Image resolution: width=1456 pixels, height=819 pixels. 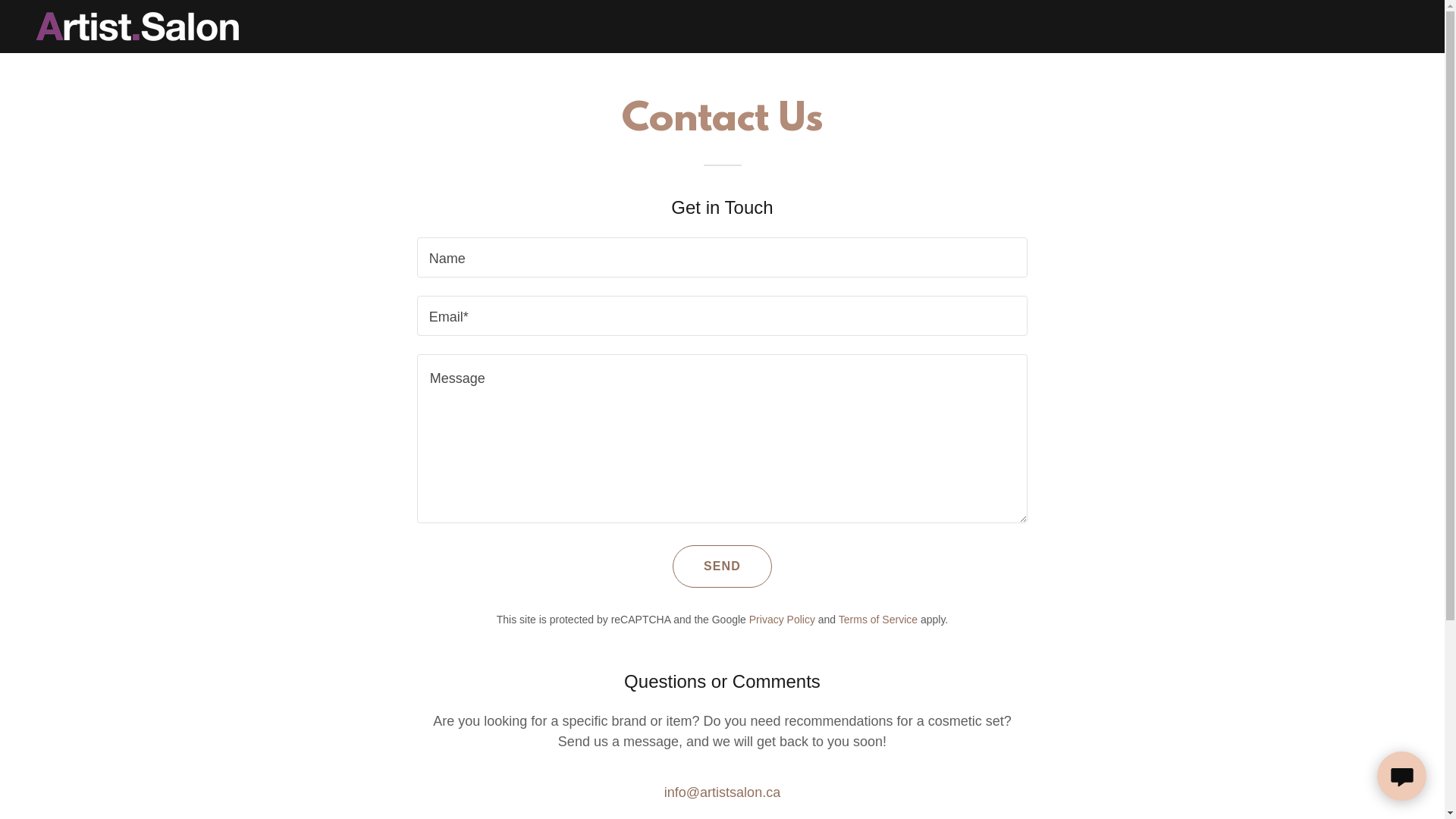 What do you see at coordinates (782, 620) in the screenshot?
I see `'Privacy Policy'` at bounding box center [782, 620].